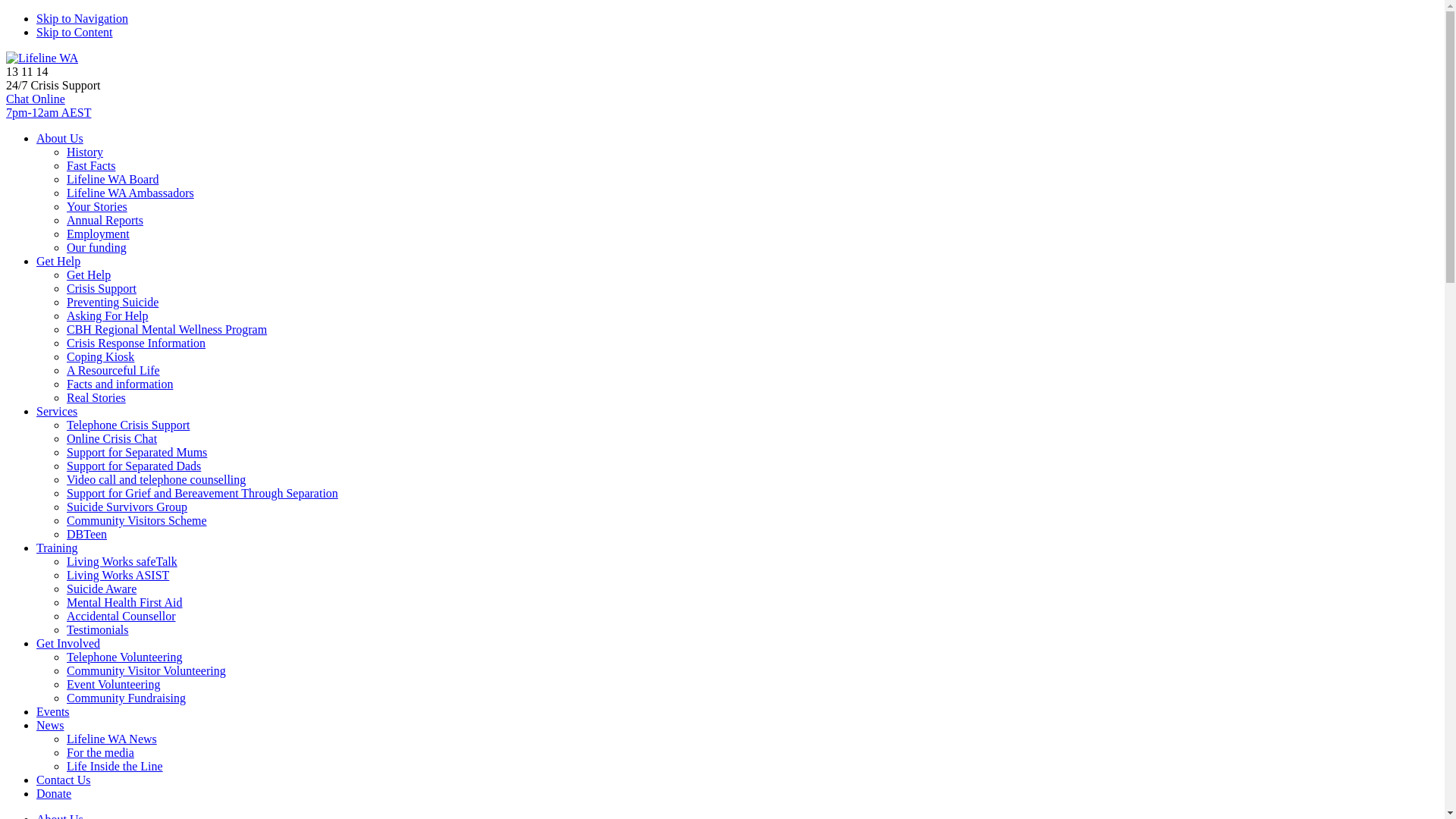  I want to click on 'Skip to Content', so click(36, 32).